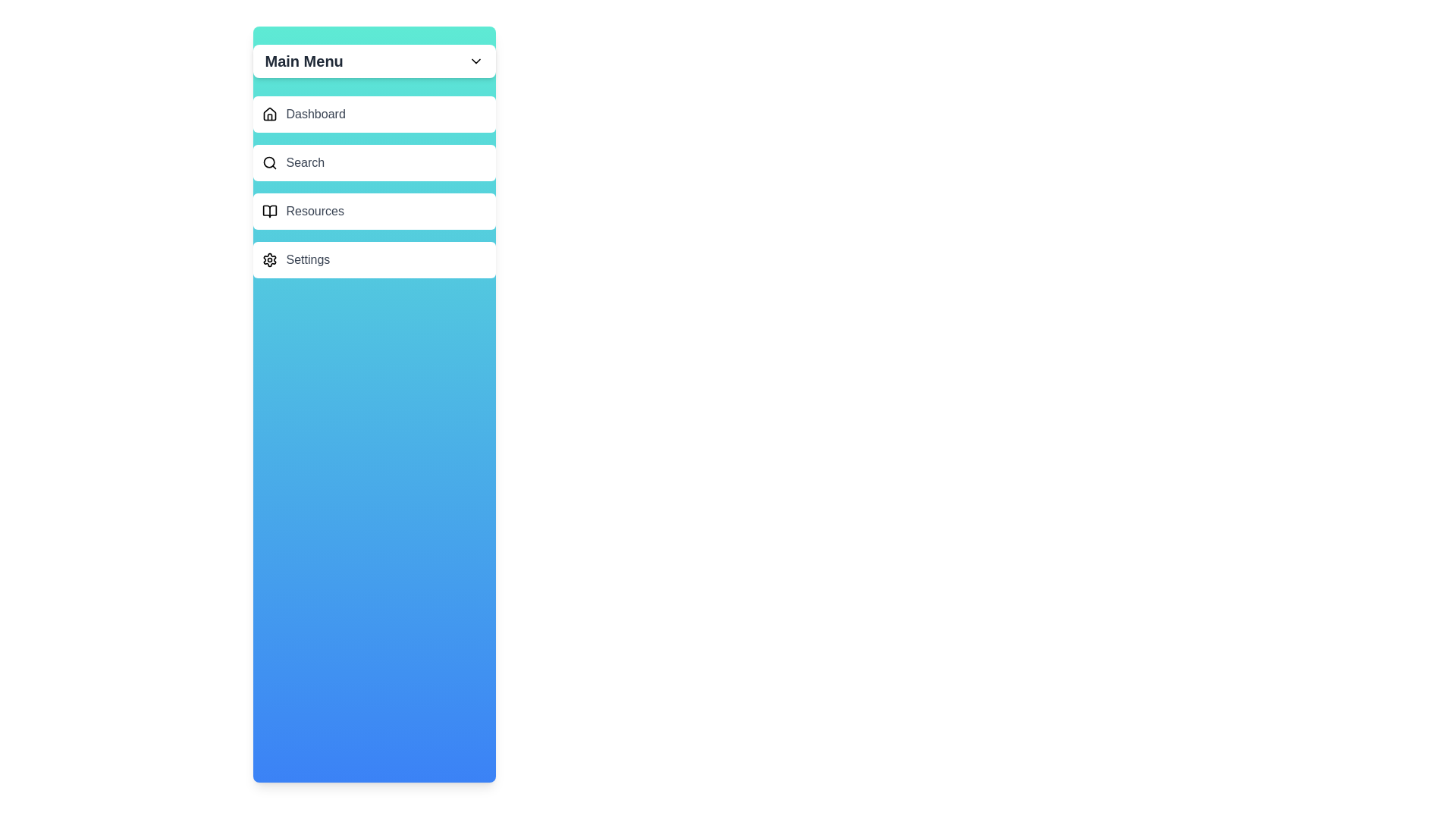  What do you see at coordinates (374, 163) in the screenshot?
I see `the menu item labeled Search` at bounding box center [374, 163].